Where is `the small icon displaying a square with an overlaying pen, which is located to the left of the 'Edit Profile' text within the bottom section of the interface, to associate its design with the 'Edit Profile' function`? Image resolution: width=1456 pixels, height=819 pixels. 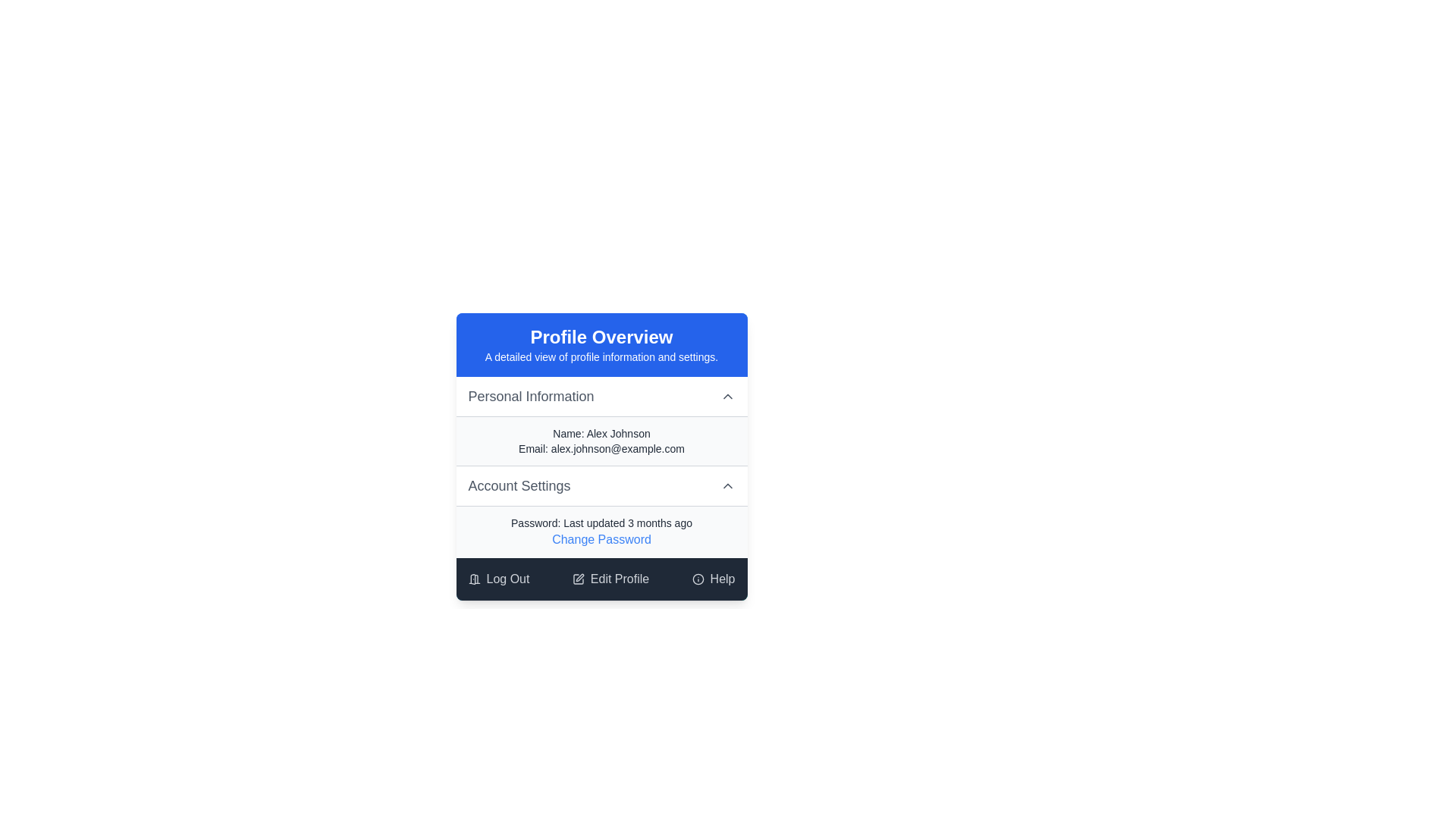
the small icon displaying a square with an overlaying pen, which is located to the left of the 'Edit Profile' text within the bottom section of the interface, to associate its design with the 'Edit Profile' function is located at coordinates (577, 579).